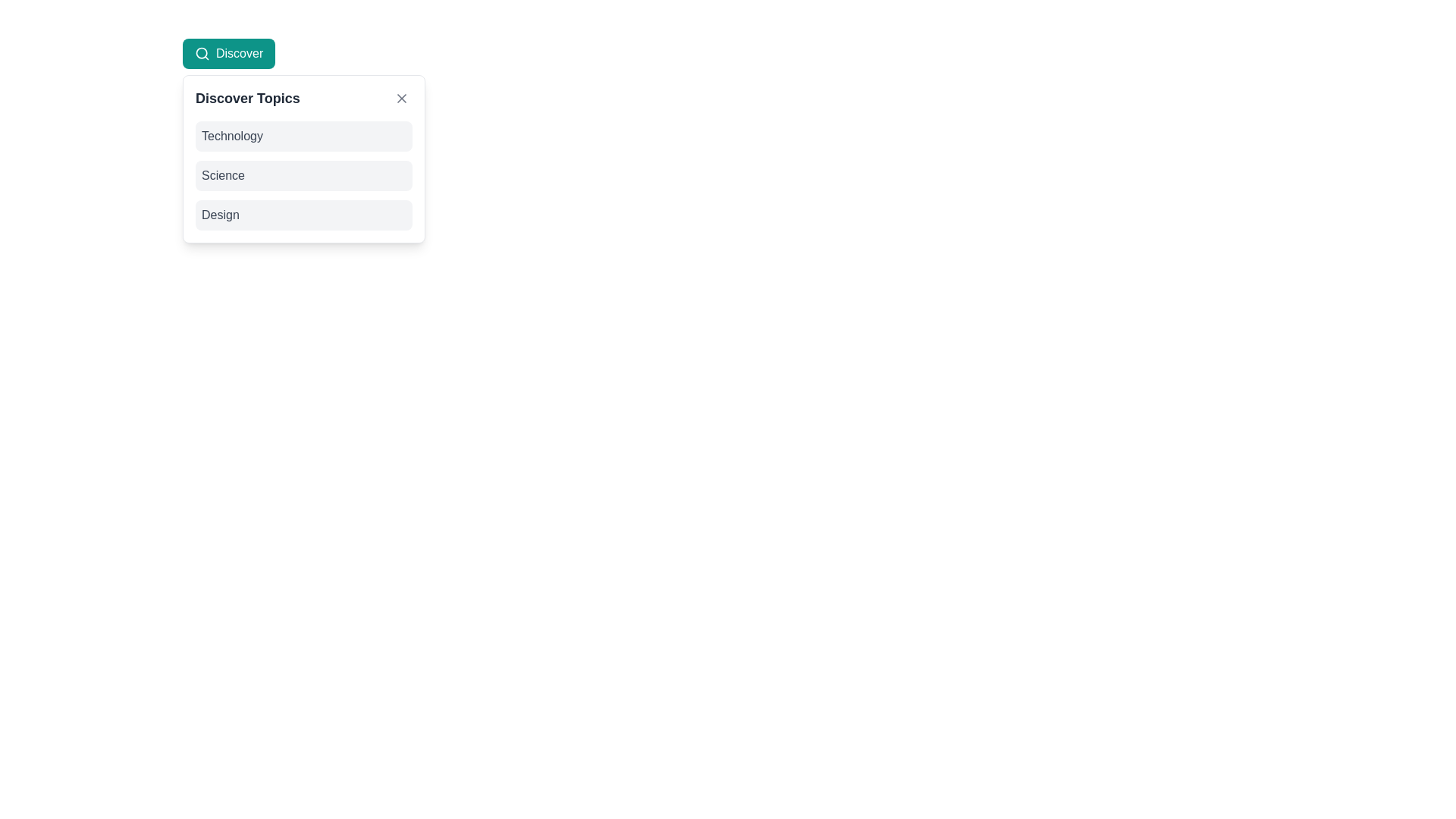 The image size is (1456, 819). Describe the element at coordinates (228, 52) in the screenshot. I see `the teal button labeled 'Discover' with a search icon` at that location.